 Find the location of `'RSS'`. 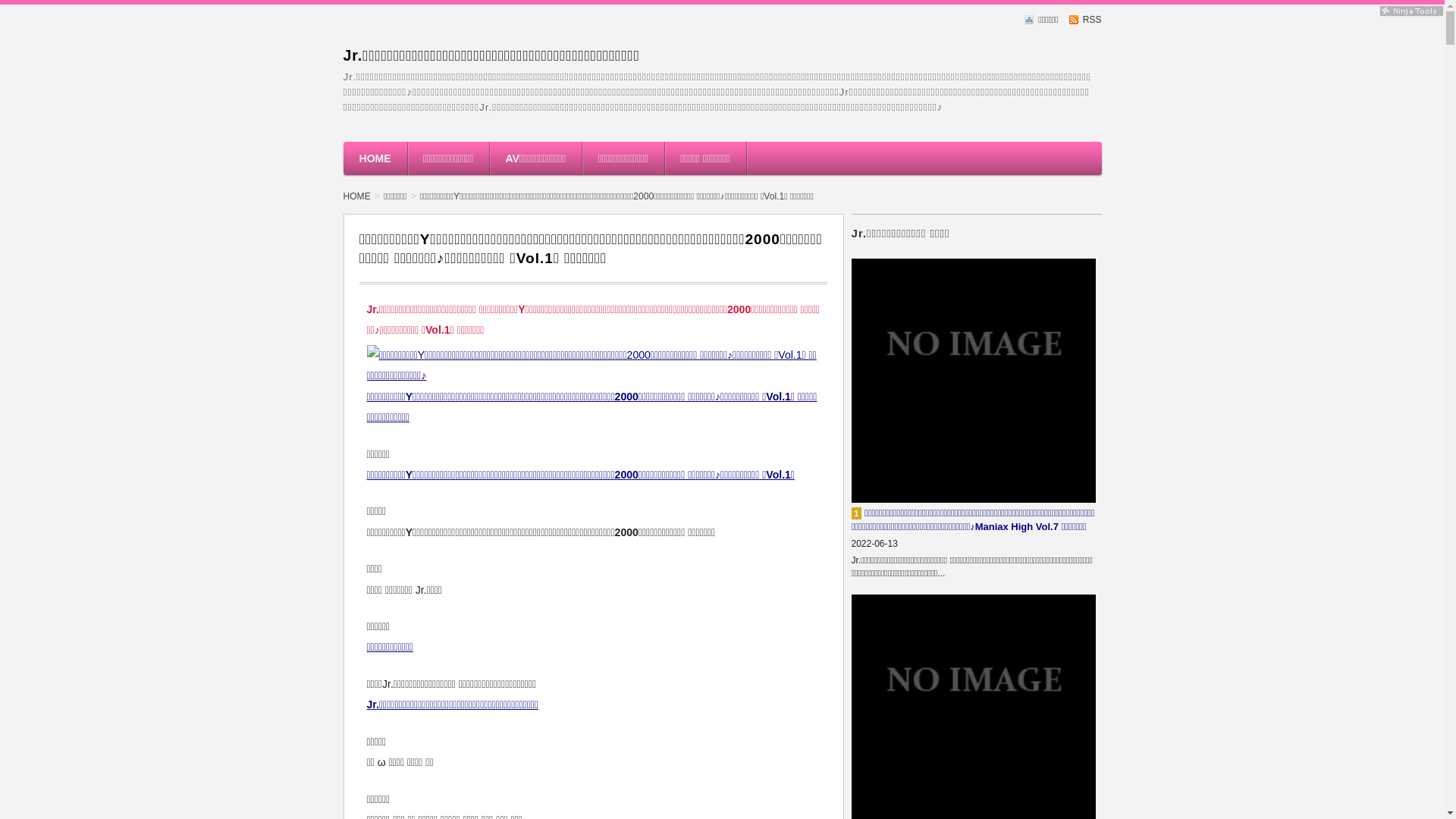

'RSS' is located at coordinates (1068, 20).